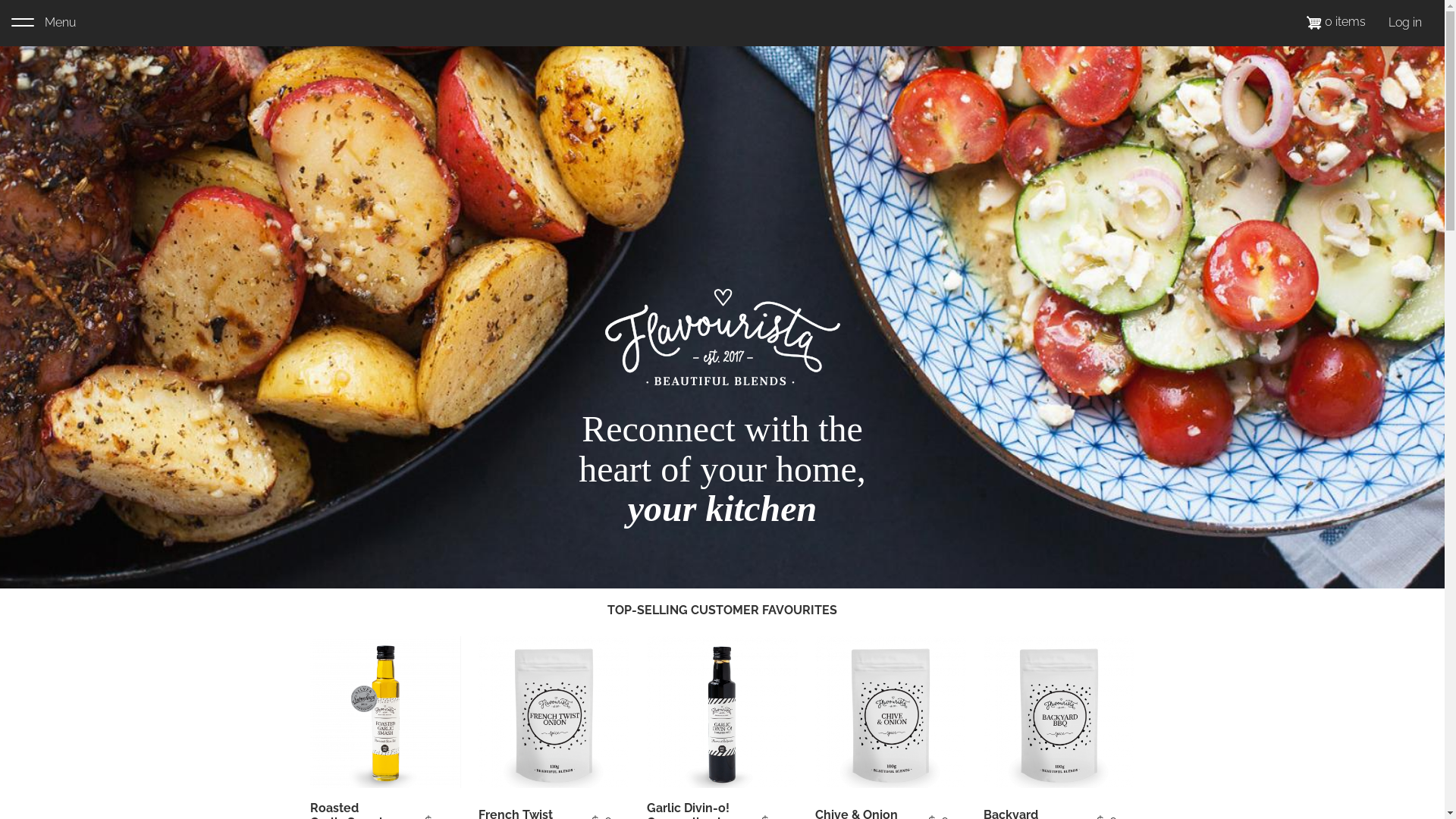 Image resolution: width=1456 pixels, height=819 pixels. What do you see at coordinates (0, 0) in the screenshot?
I see `'Skip to main content'` at bounding box center [0, 0].